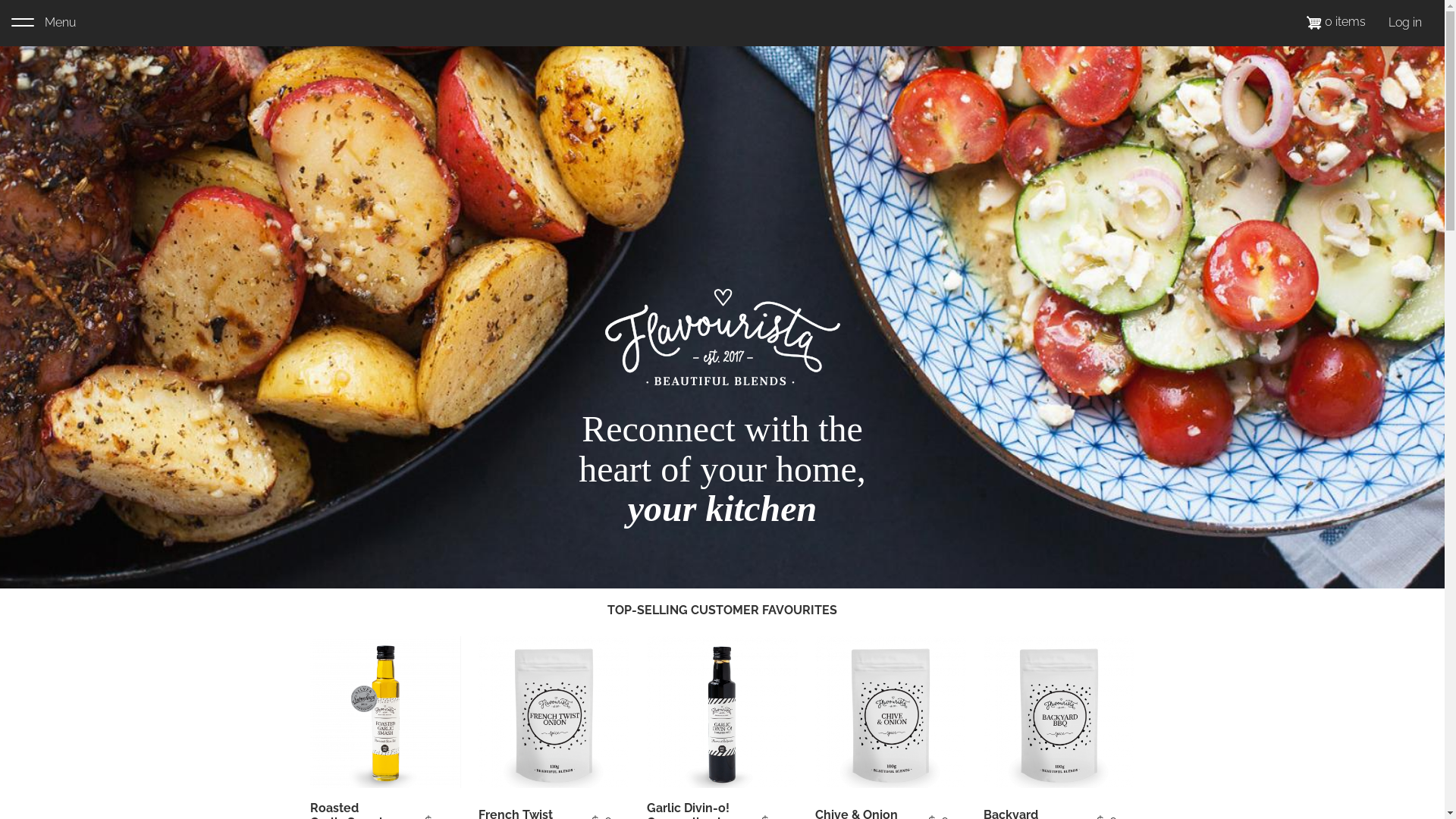 Image resolution: width=1456 pixels, height=819 pixels. What do you see at coordinates (0, 0) in the screenshot?
I see `'Skip to main content'` at bounding box center [0, 0].